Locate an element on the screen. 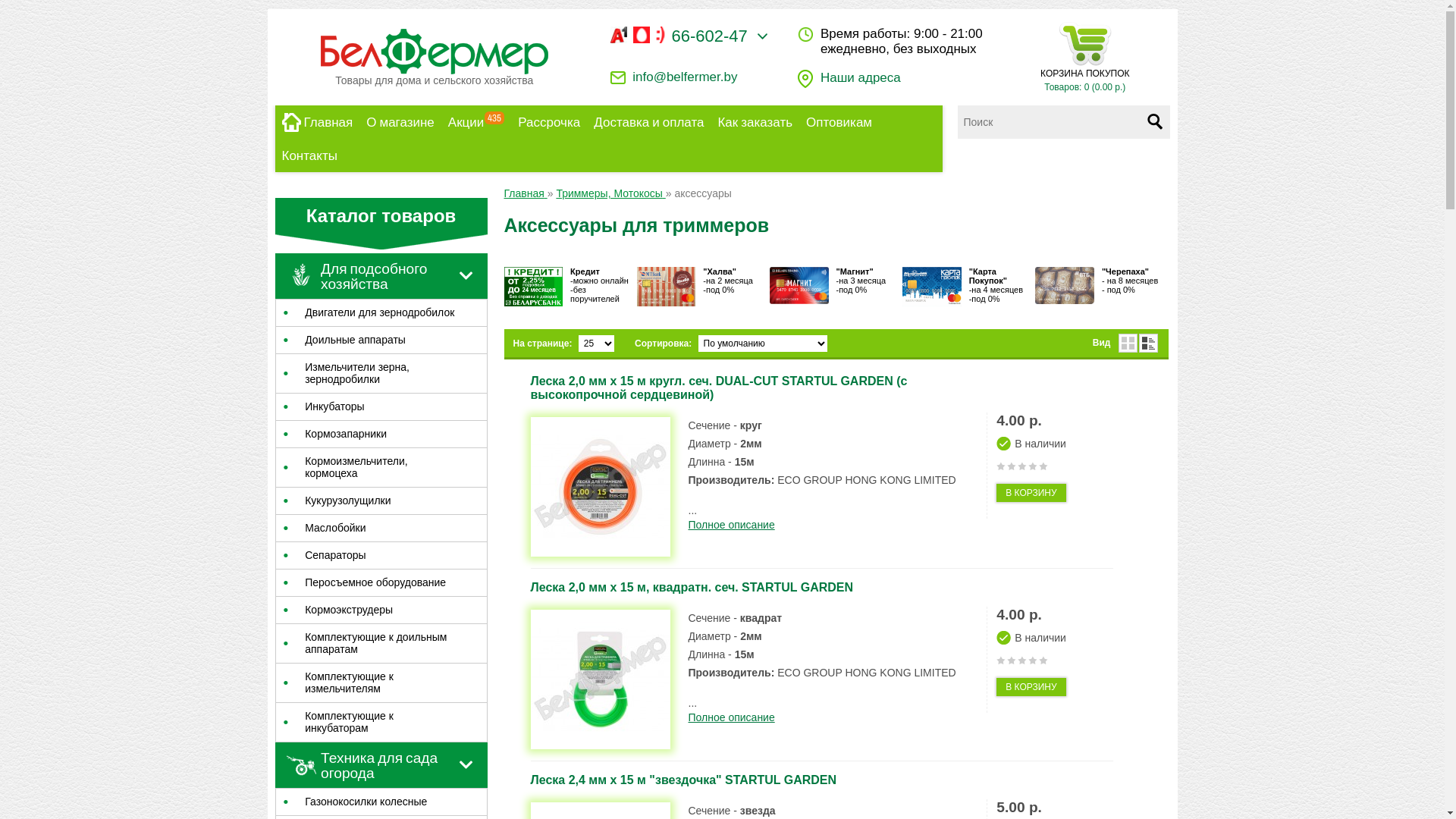  'info@belfermer.by' is located at coordinates (683, 77).